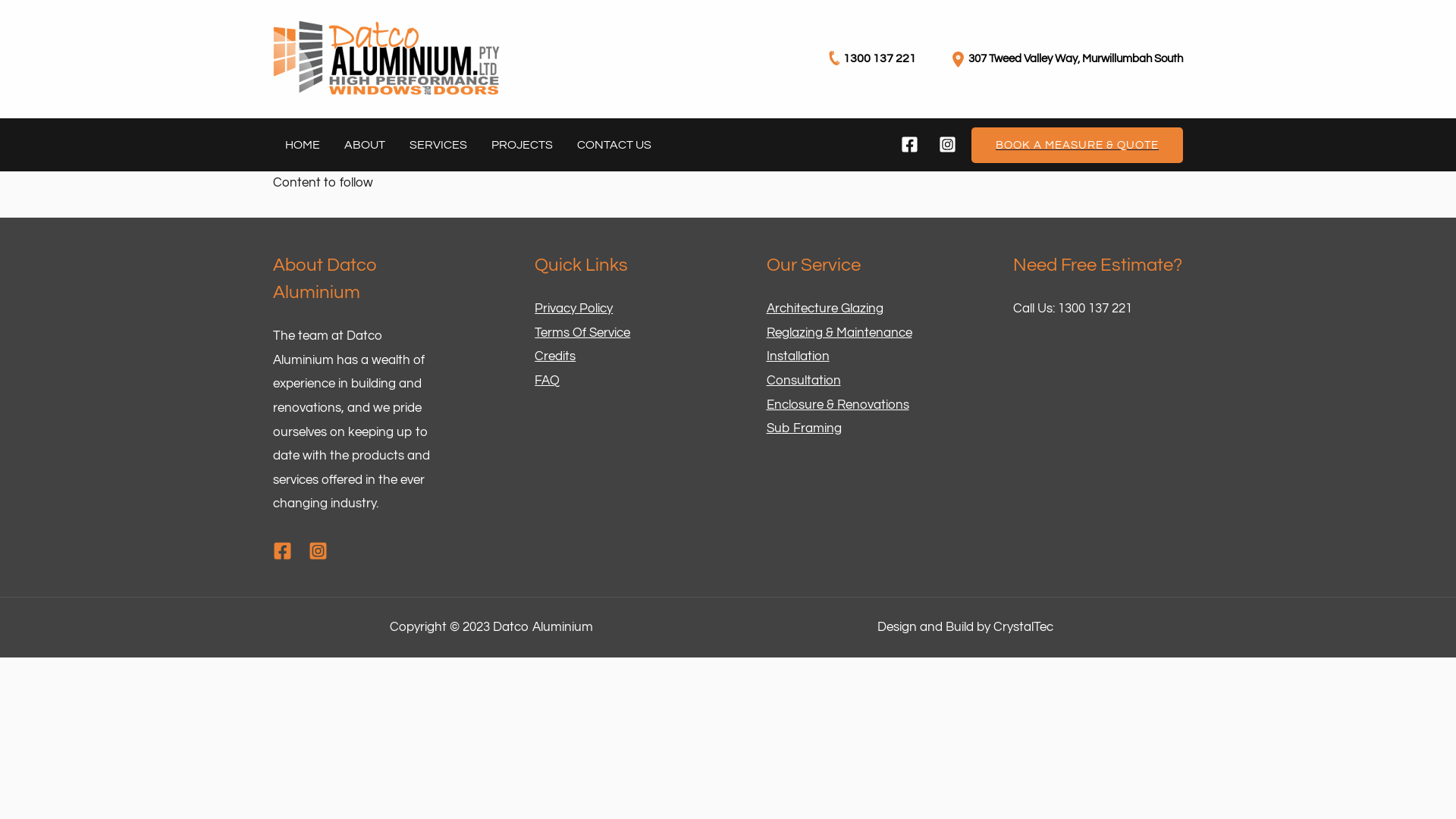 This screenshot has height=819, width=1456. I want to click on 'Installation', so click(796, 356).